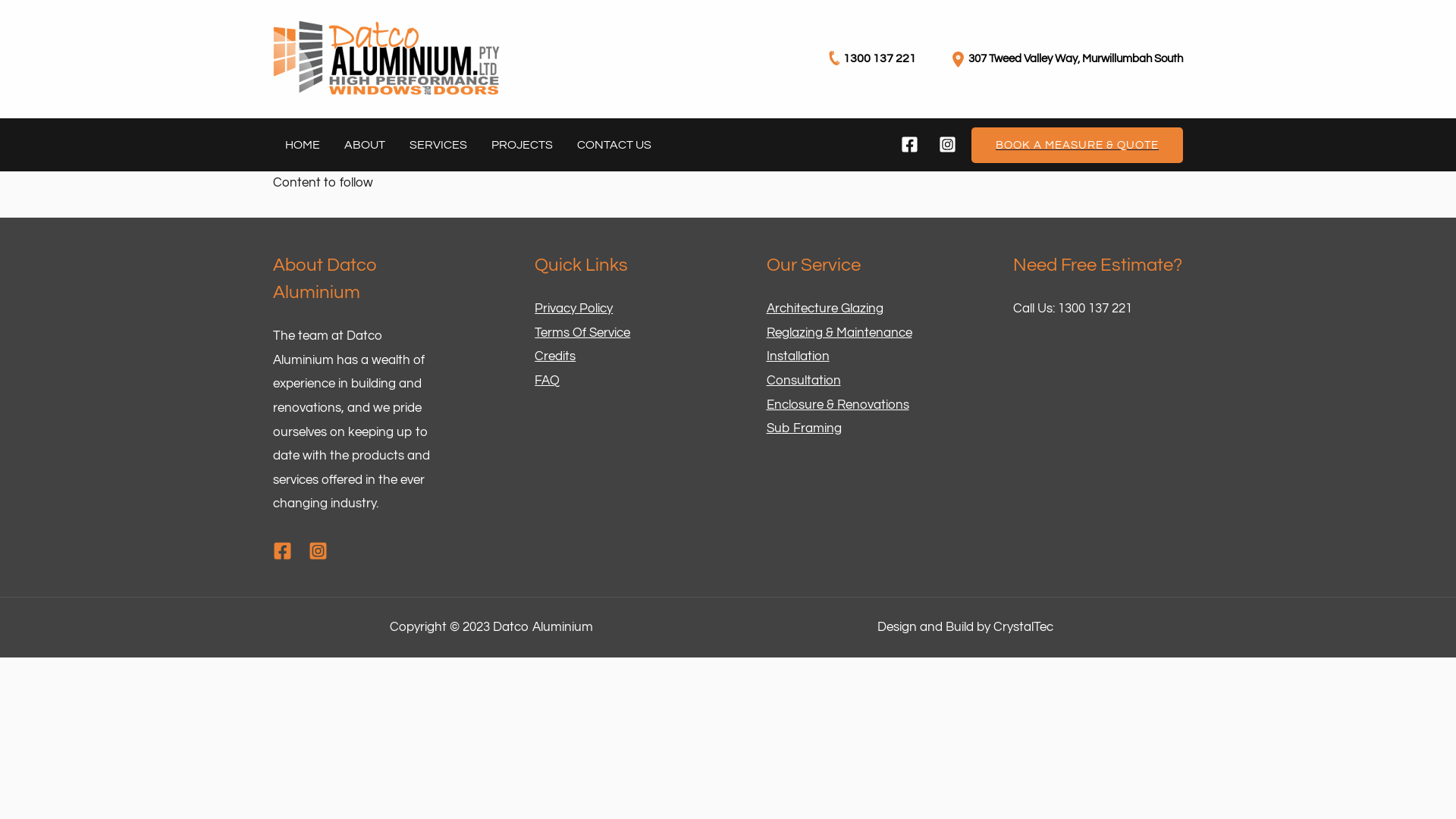 This screenshot has height=819, width=1456. I want to click on 'Installation', so click(796, 356).